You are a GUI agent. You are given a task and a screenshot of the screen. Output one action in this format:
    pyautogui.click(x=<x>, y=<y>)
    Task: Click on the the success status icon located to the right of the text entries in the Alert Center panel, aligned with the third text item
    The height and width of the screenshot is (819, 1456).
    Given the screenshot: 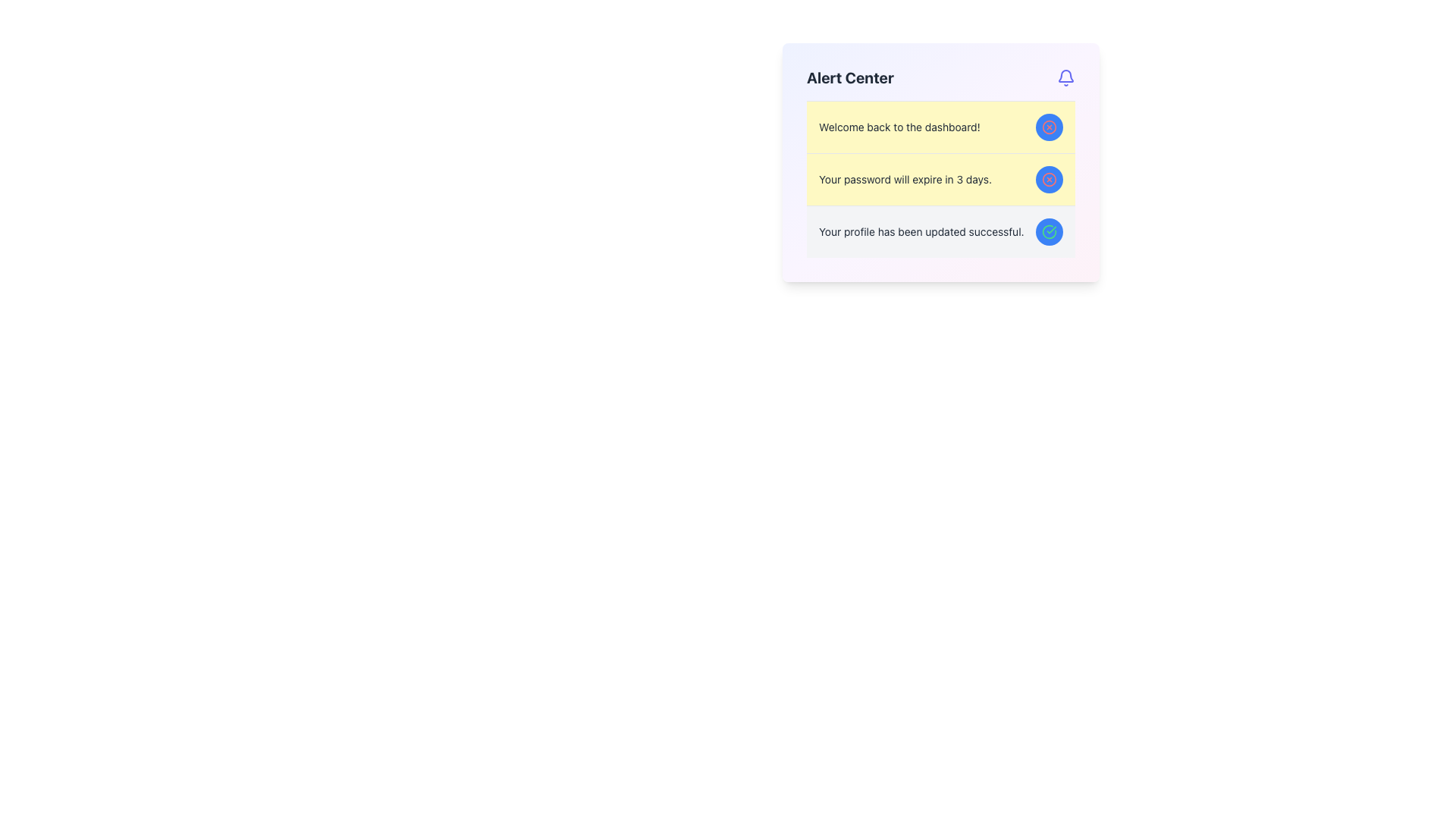 What is the action you would take?
    pyautogui.click(x=1048, y=231)
    